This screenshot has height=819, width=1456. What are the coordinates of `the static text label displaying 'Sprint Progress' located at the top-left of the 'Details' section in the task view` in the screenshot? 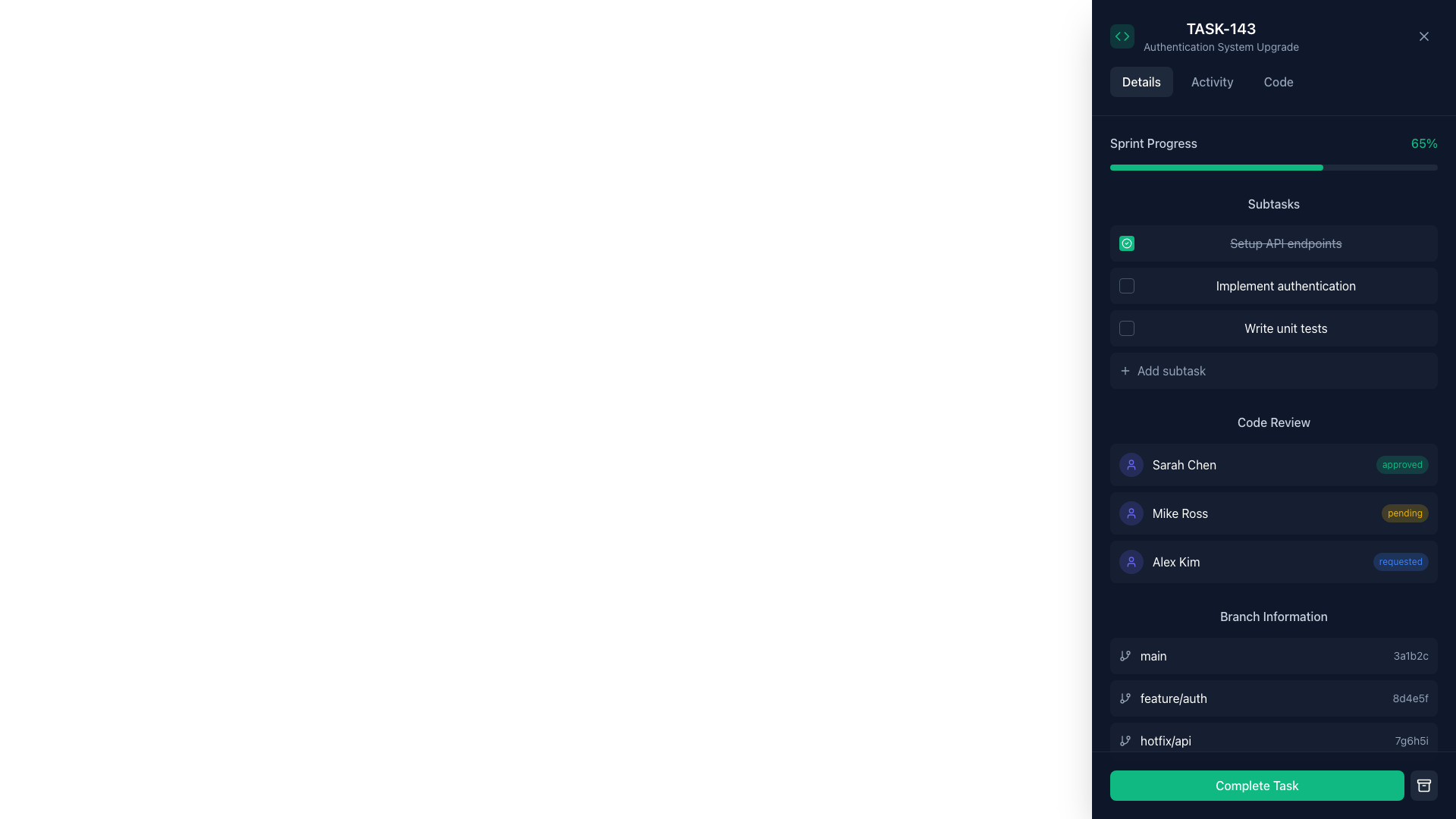 It's located at (1153, 143).